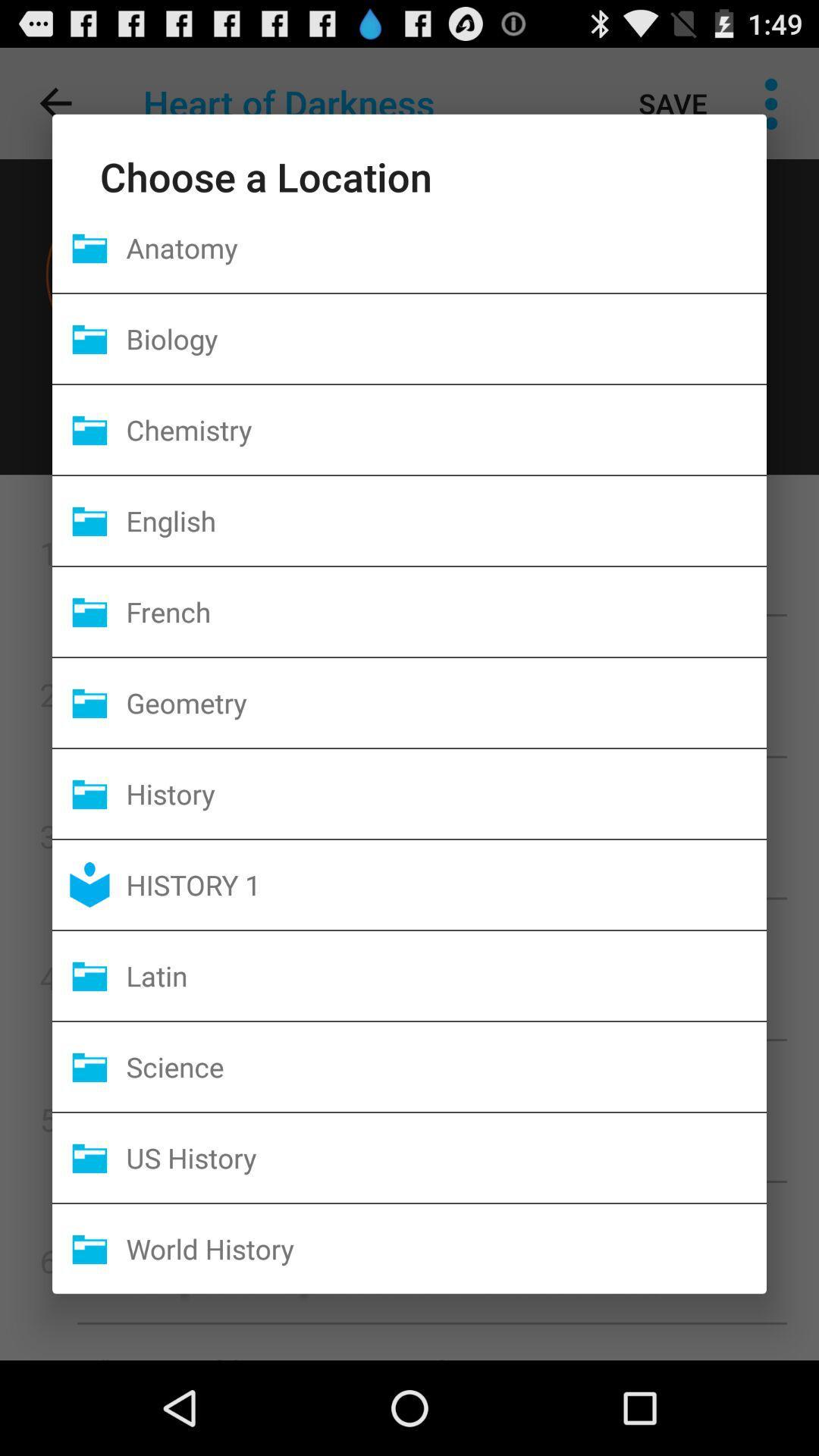  What do you see at coordinates (445, 428) in the screenshot?
I see `the chemistry item` at bounding box center [445, 428].